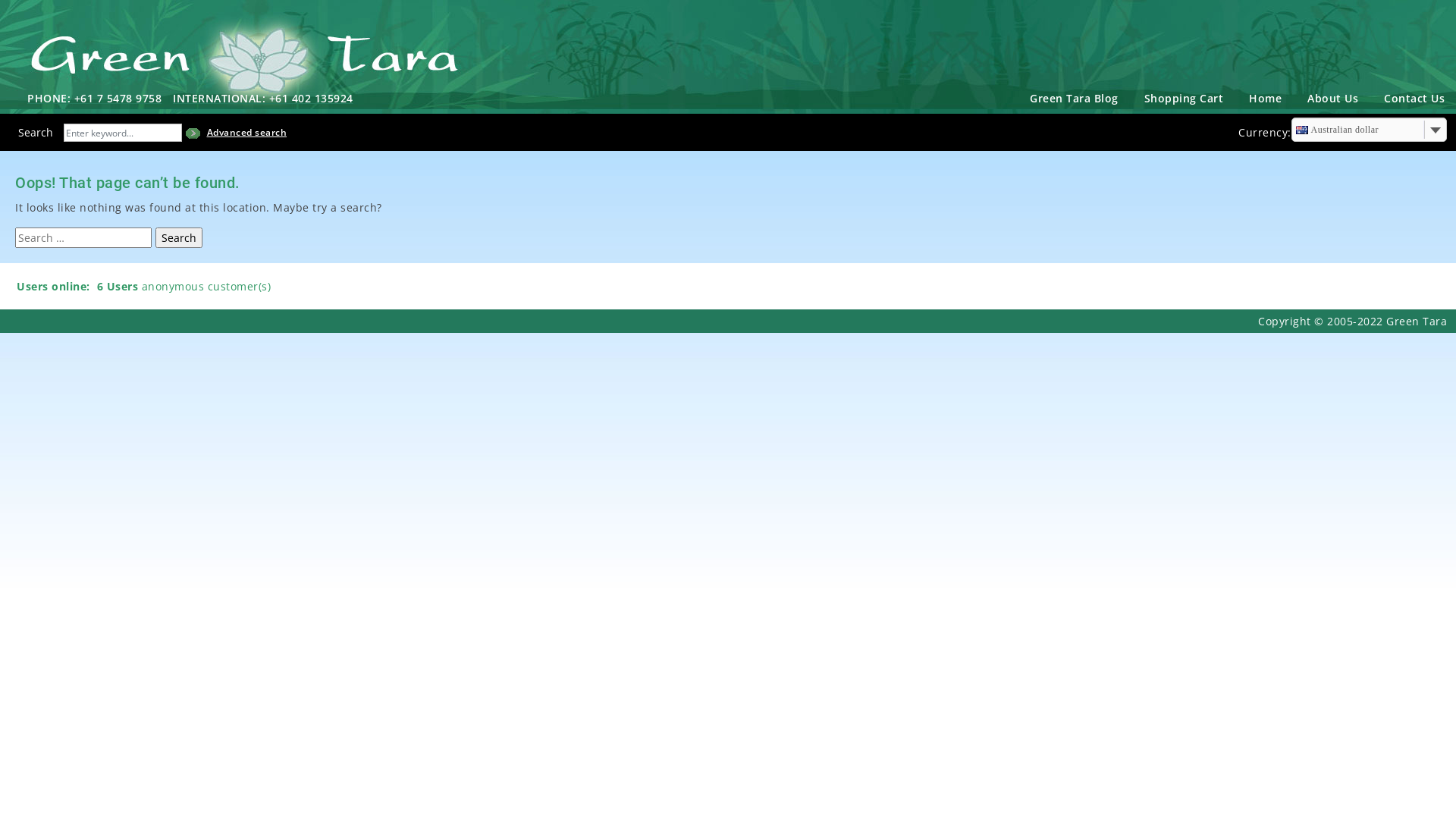  Describe the element at coordinates (1183, 98) in the screenshot. I see `'Shopping Cart'` at that location.